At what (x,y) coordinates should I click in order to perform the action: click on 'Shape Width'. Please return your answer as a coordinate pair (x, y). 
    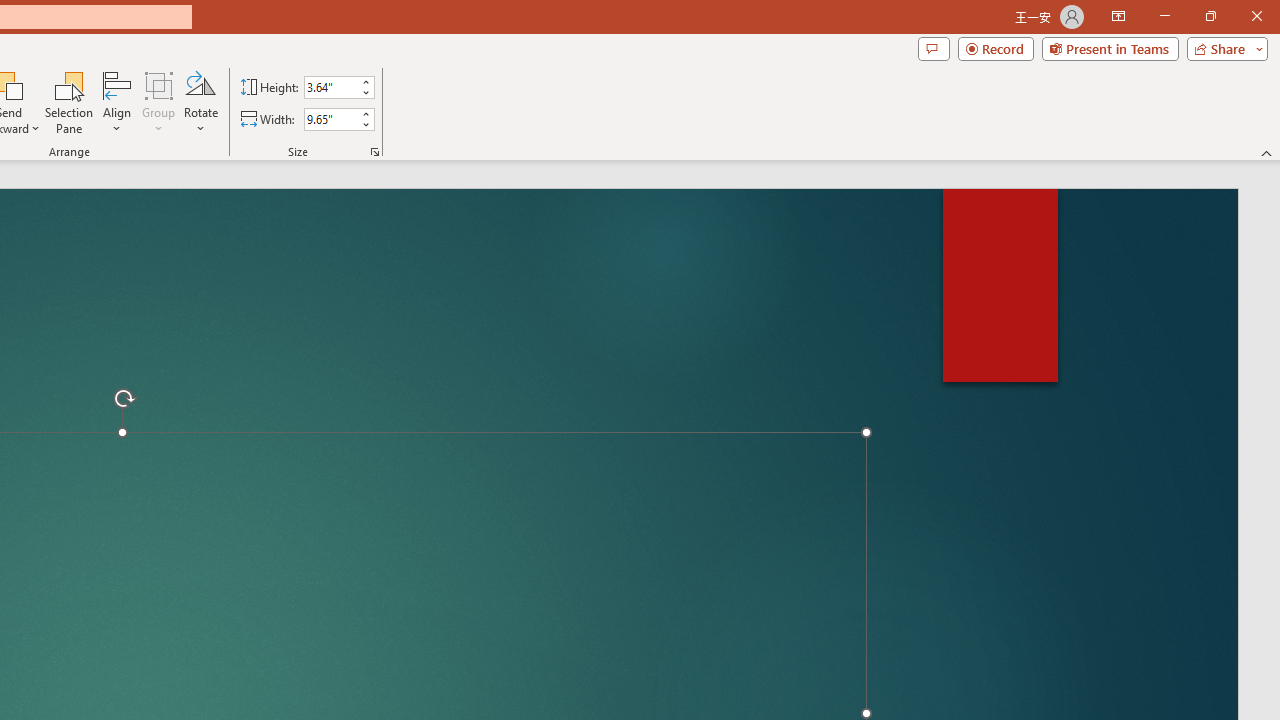
    Looking at the image, I should click on (330, 119).